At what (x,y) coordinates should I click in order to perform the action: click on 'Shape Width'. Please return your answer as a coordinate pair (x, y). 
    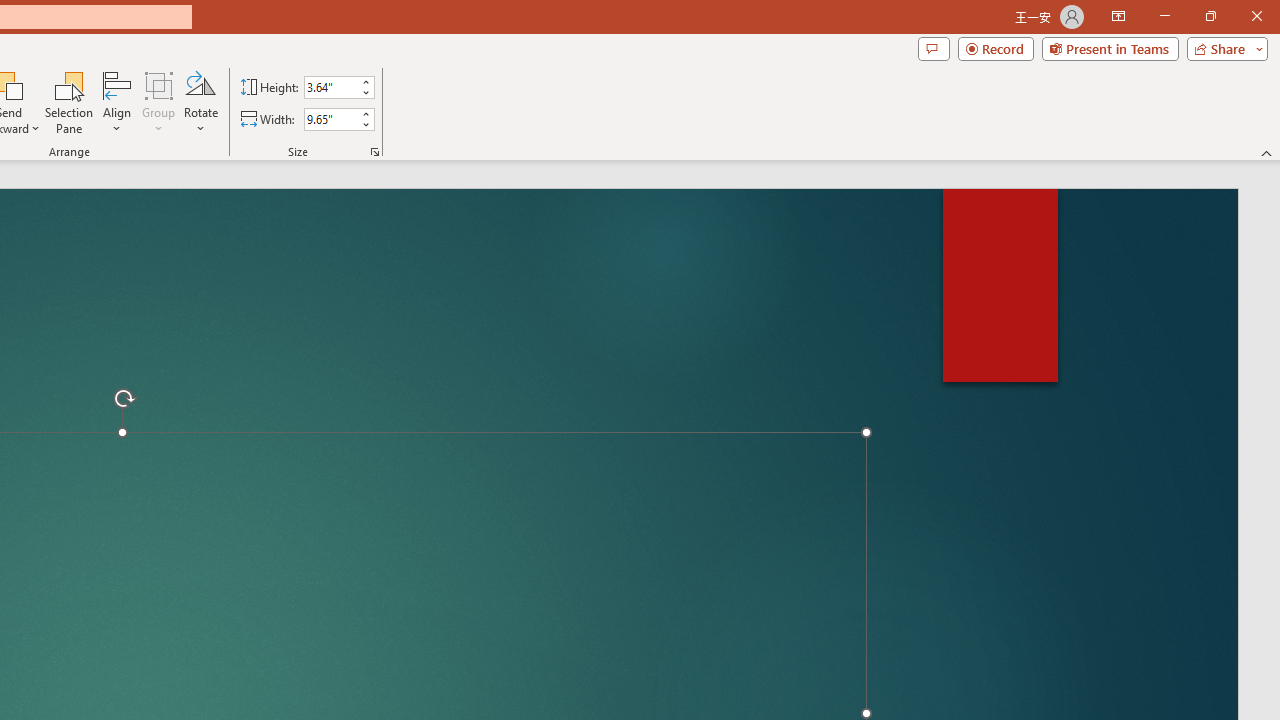
    Looking at the image, I should click on (330, 119).